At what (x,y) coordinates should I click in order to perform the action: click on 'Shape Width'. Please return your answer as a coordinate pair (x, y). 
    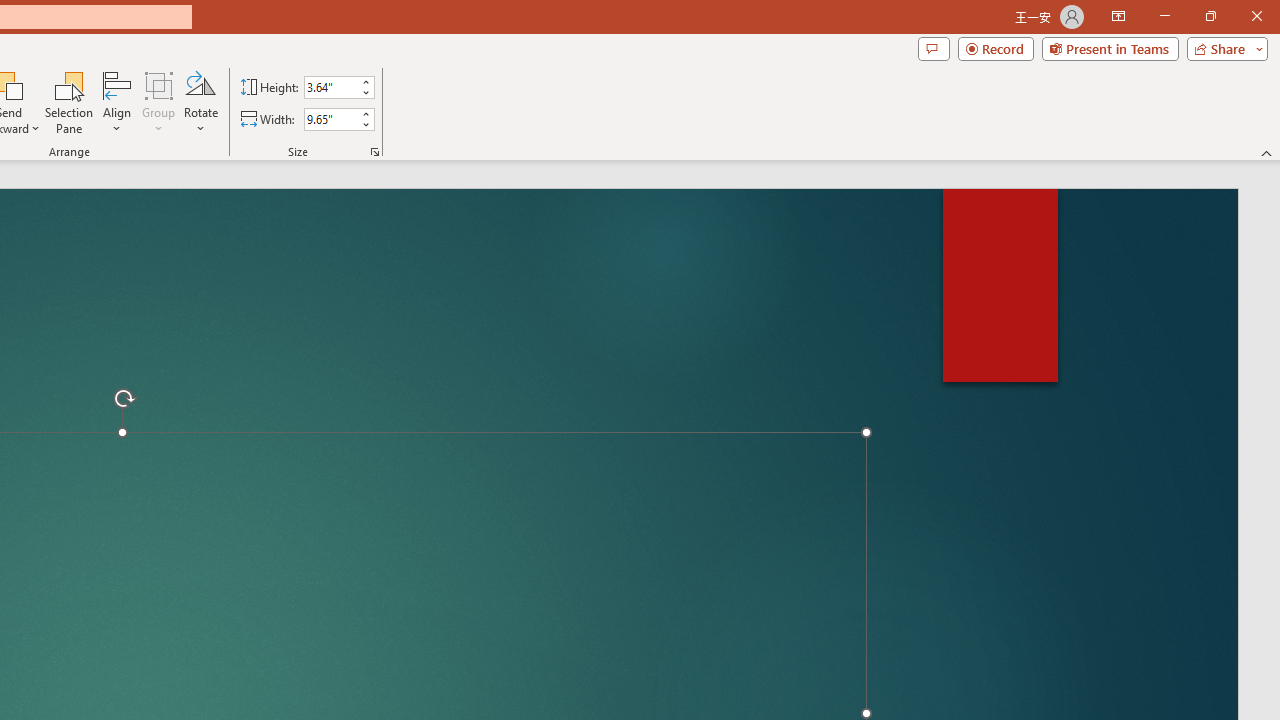
    Looking at the image, I should click on (330, 119).